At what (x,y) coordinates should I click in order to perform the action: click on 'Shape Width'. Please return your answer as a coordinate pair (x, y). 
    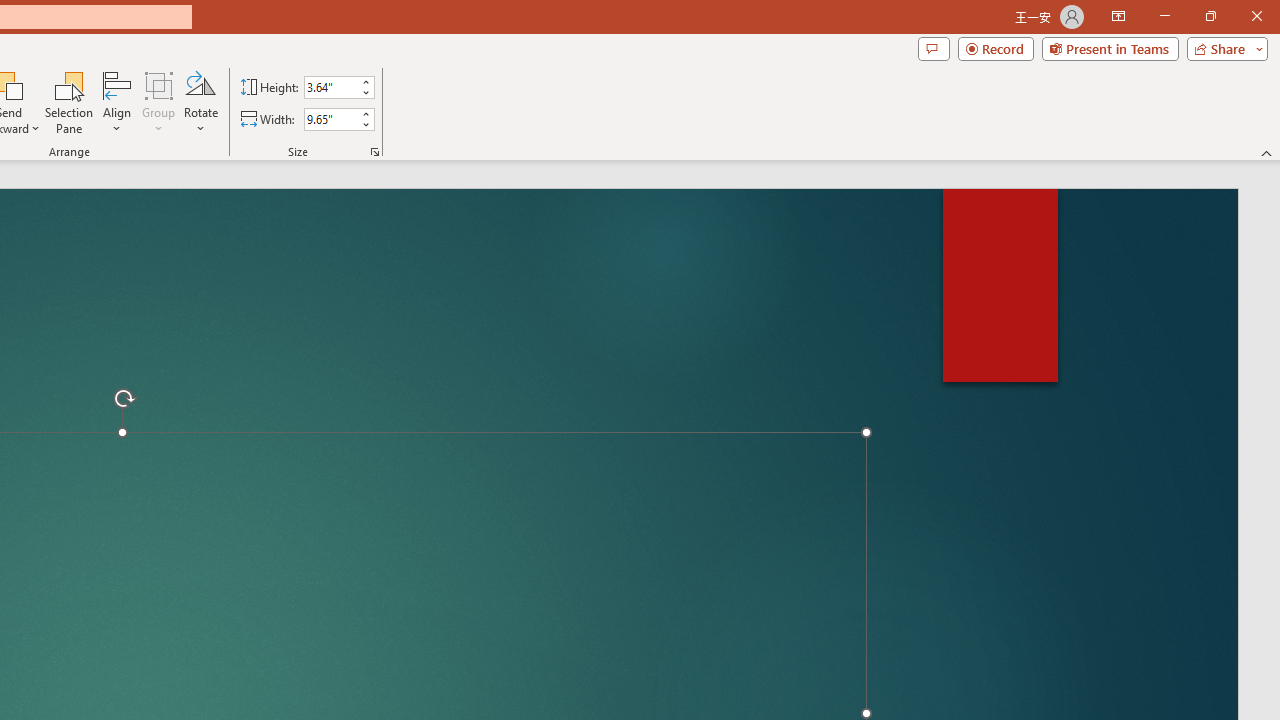
    Looking at the image, I should click on (330, 119).